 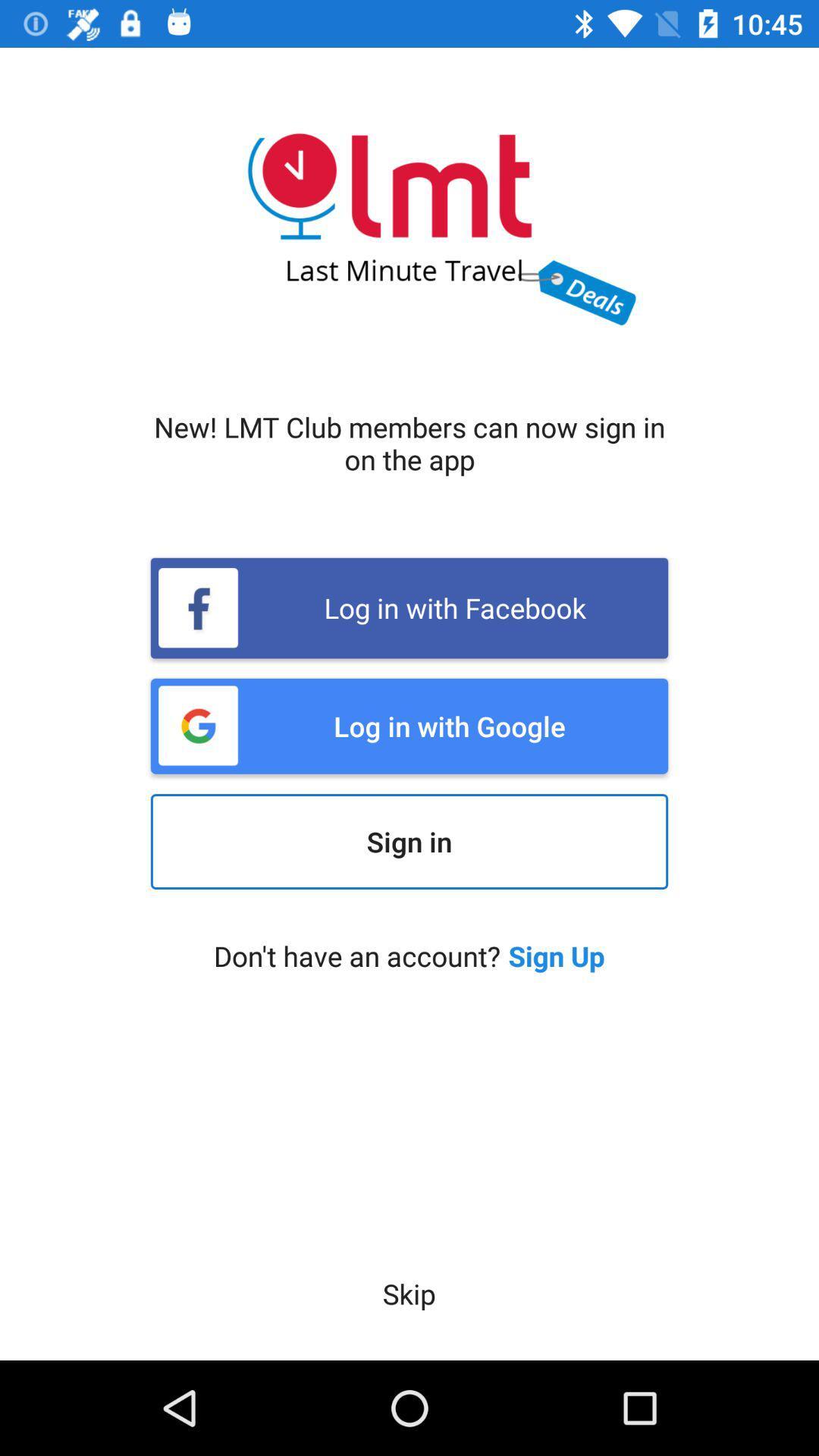 What do you see at coordinates (557, 955) in the screenshot?
I see `the icon to the right of don t have` at bounding box center [557, 955].